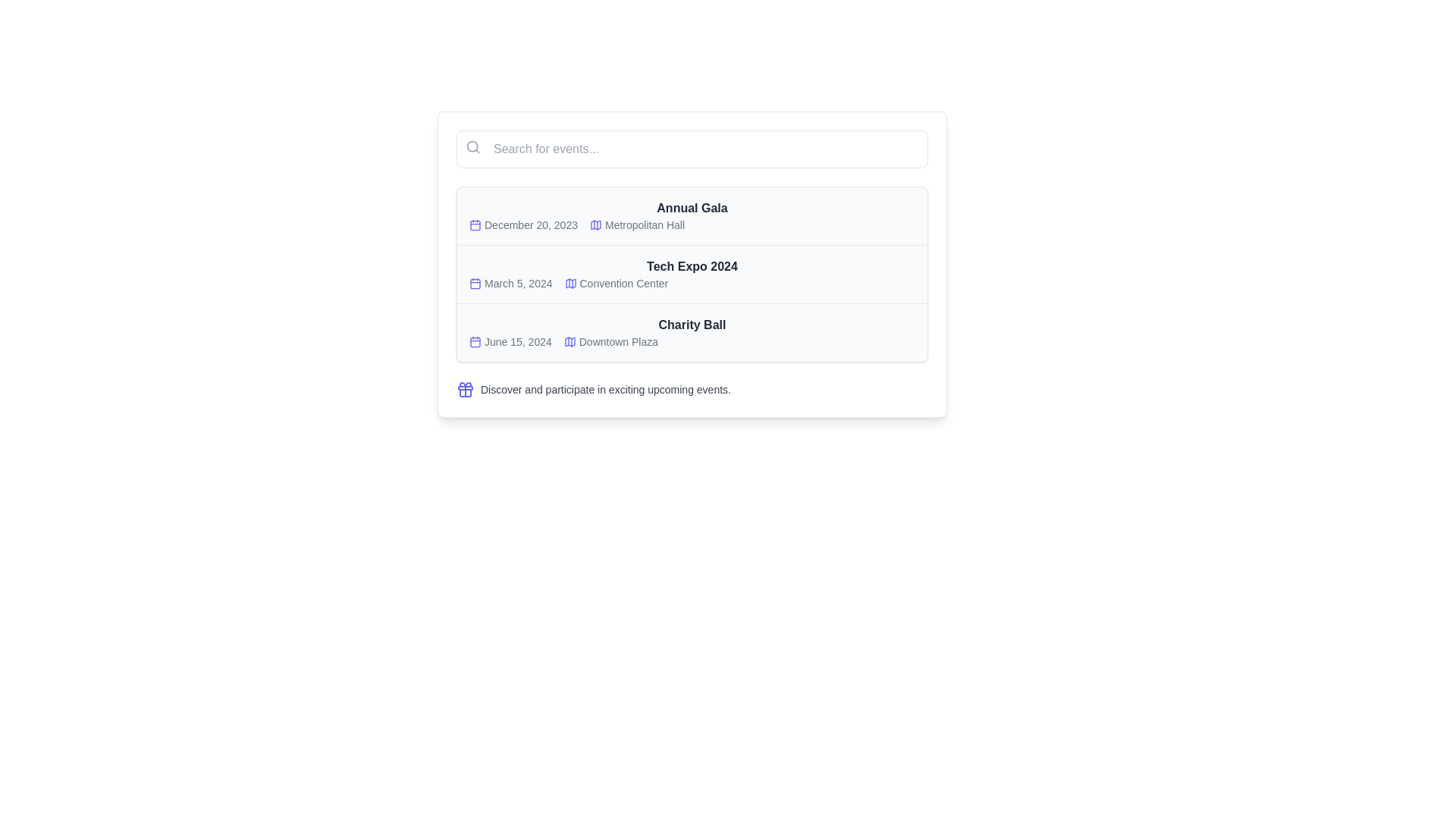  Describe the element at coordinates (691, 225) in the screenshot. I see `the details of the text line displaying the date 'December 20, 2023' and the location 'Metropolitan Hall', which is styled with grey-colored text and accompanied by blue icons` at that location.